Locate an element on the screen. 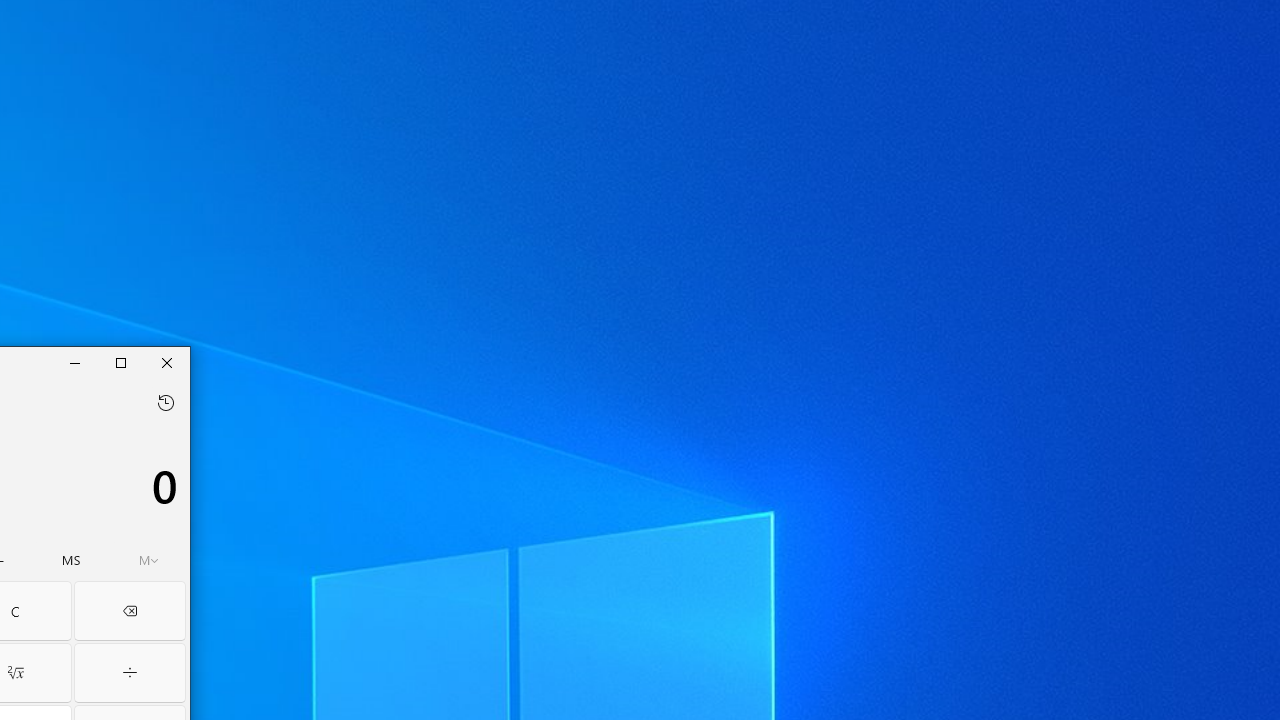  'Minimize Calculator' is located at coordinates (75, 362).